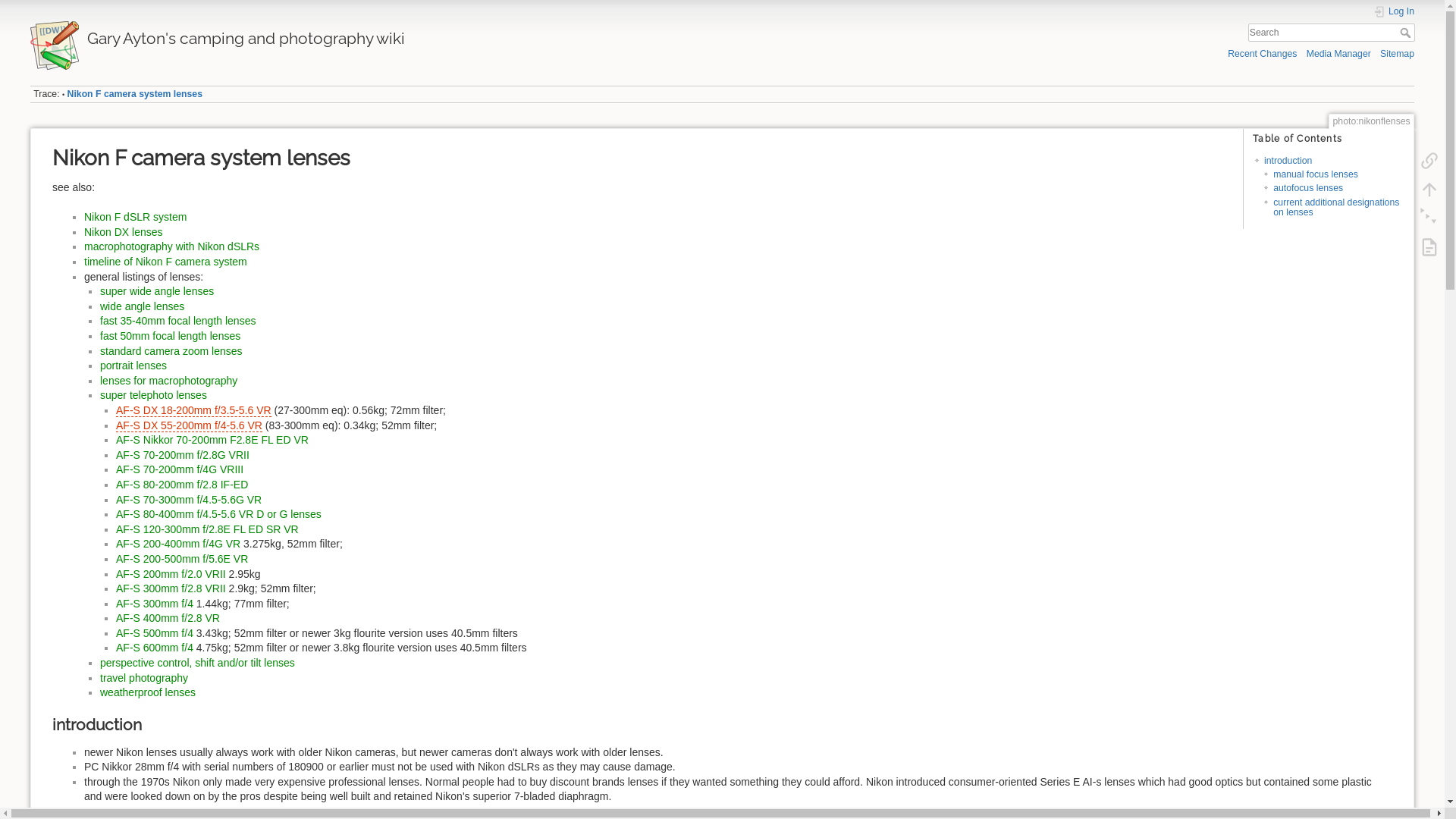 This screenshot has height=819, width=1456. What do you see at coordinates (171, 245) in the screenshot?
I see `'macrophotography with Nikon dSLRs'` at bounding box center [171, 245].